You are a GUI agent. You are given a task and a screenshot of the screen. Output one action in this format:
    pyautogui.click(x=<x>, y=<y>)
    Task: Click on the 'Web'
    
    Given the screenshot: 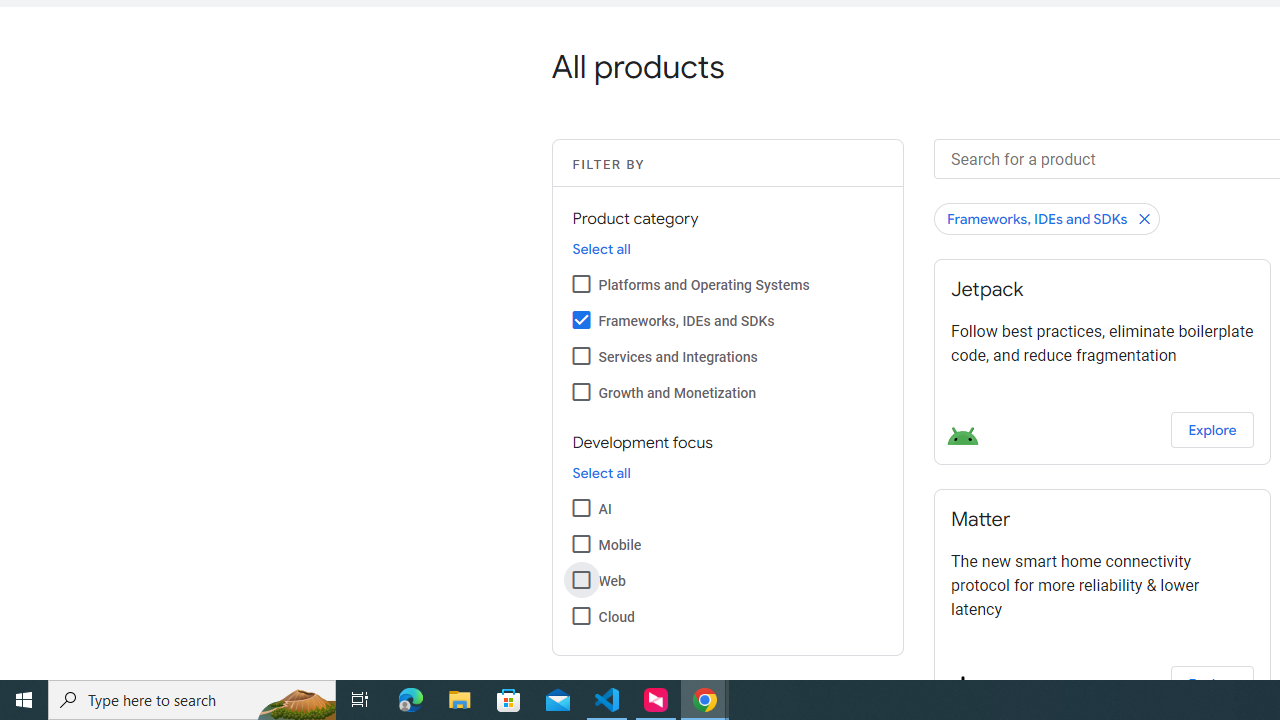 What is the action you would take?
    pyautogui.click(x=580, y=579)
    